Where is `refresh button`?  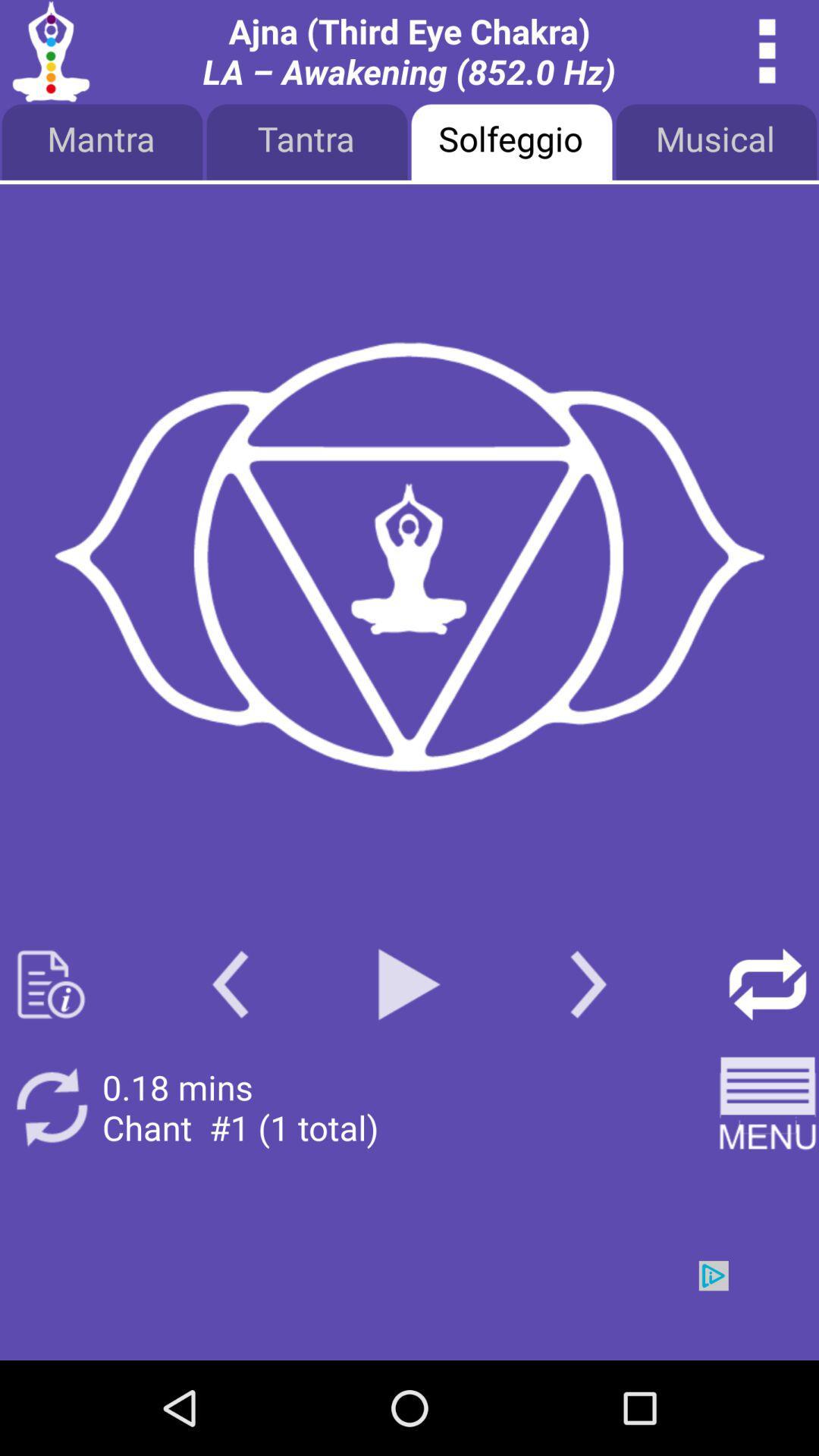
refresh button is located at coordinates (50, 1107).